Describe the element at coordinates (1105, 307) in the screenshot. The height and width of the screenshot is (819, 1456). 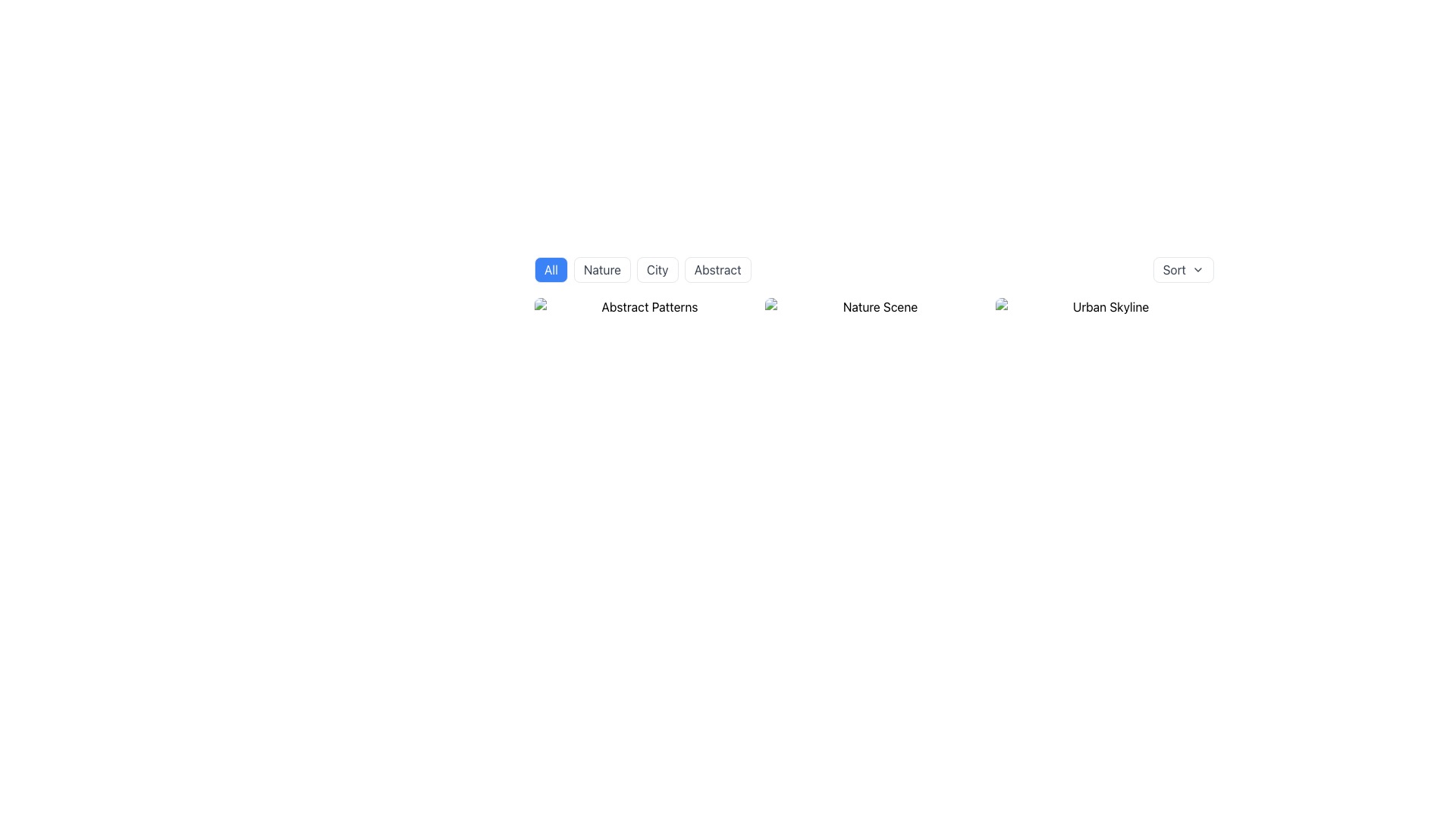
I see `the selectable Card, which is the third item in a row` at that location.